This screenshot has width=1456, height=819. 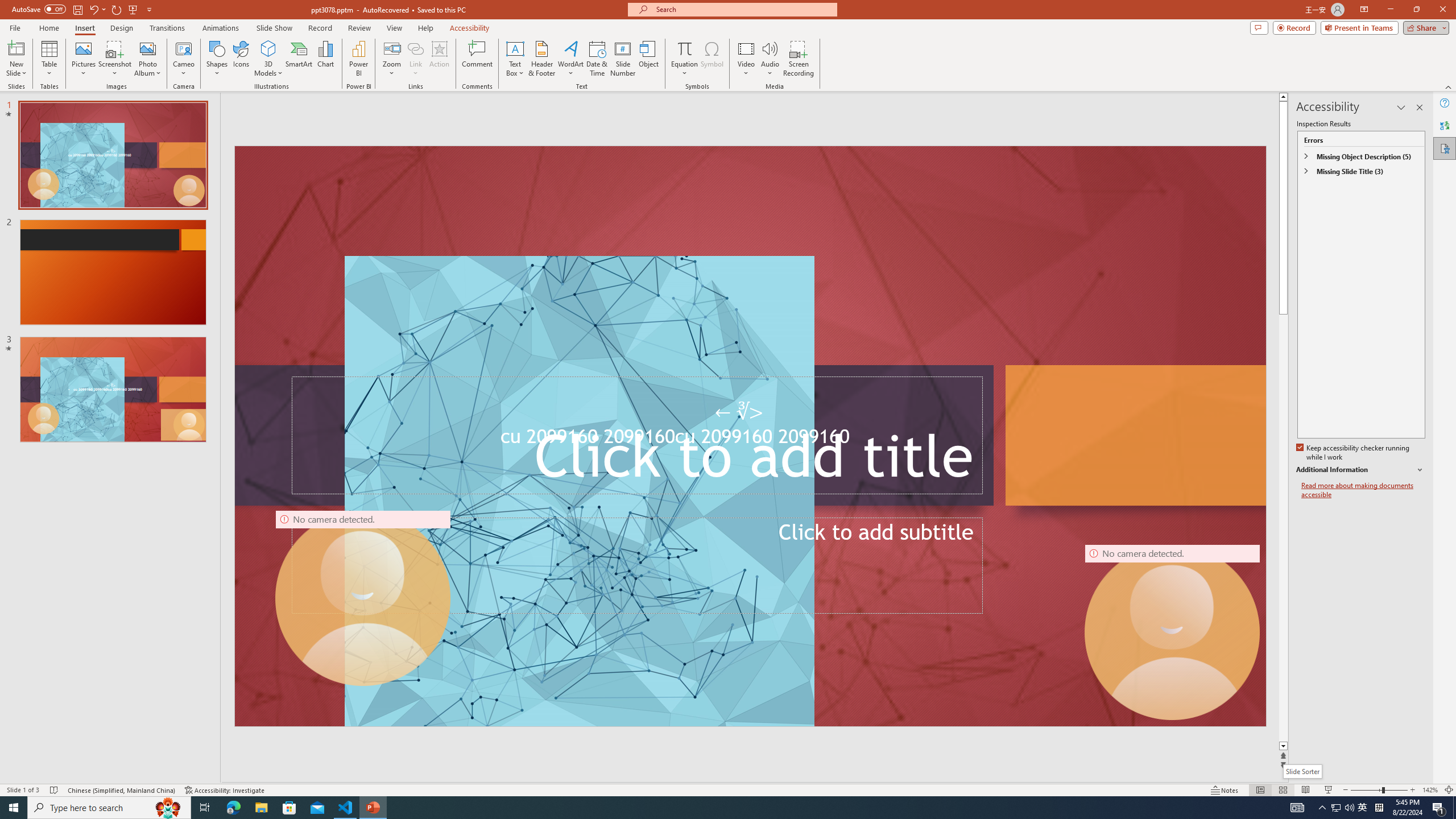 I want to click on 'Collapse the Ribbon', so click(x=1449, y=87).